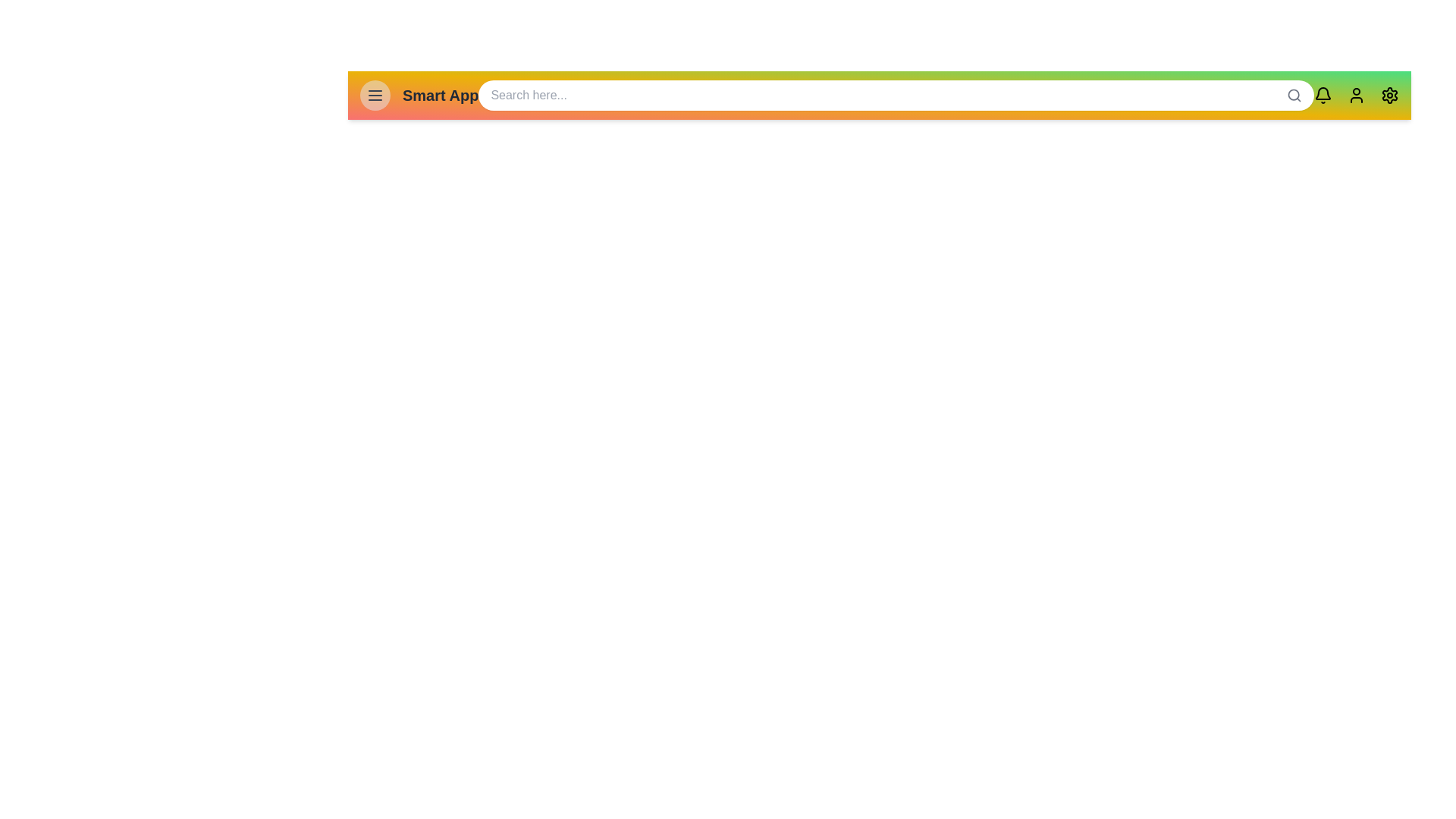 Image resolution: width=1456 pixels, height=819 pixels. I want to click on the notification icon to view notifications, so click(1323, 96).